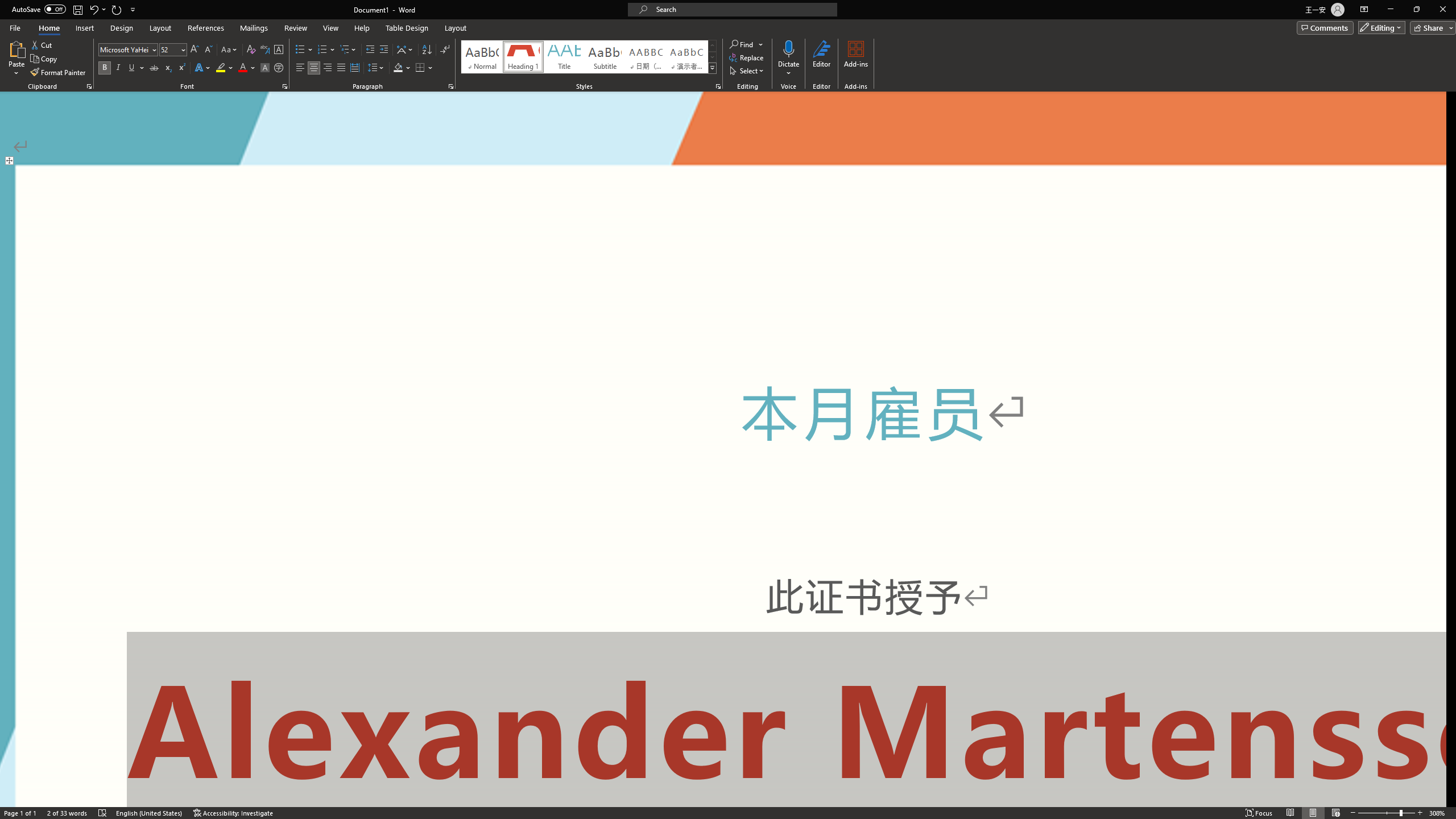  Describe the element at coordinates (69, 790) in the screenshot. I see `'Word Count 2 of 33 words'` at that location.